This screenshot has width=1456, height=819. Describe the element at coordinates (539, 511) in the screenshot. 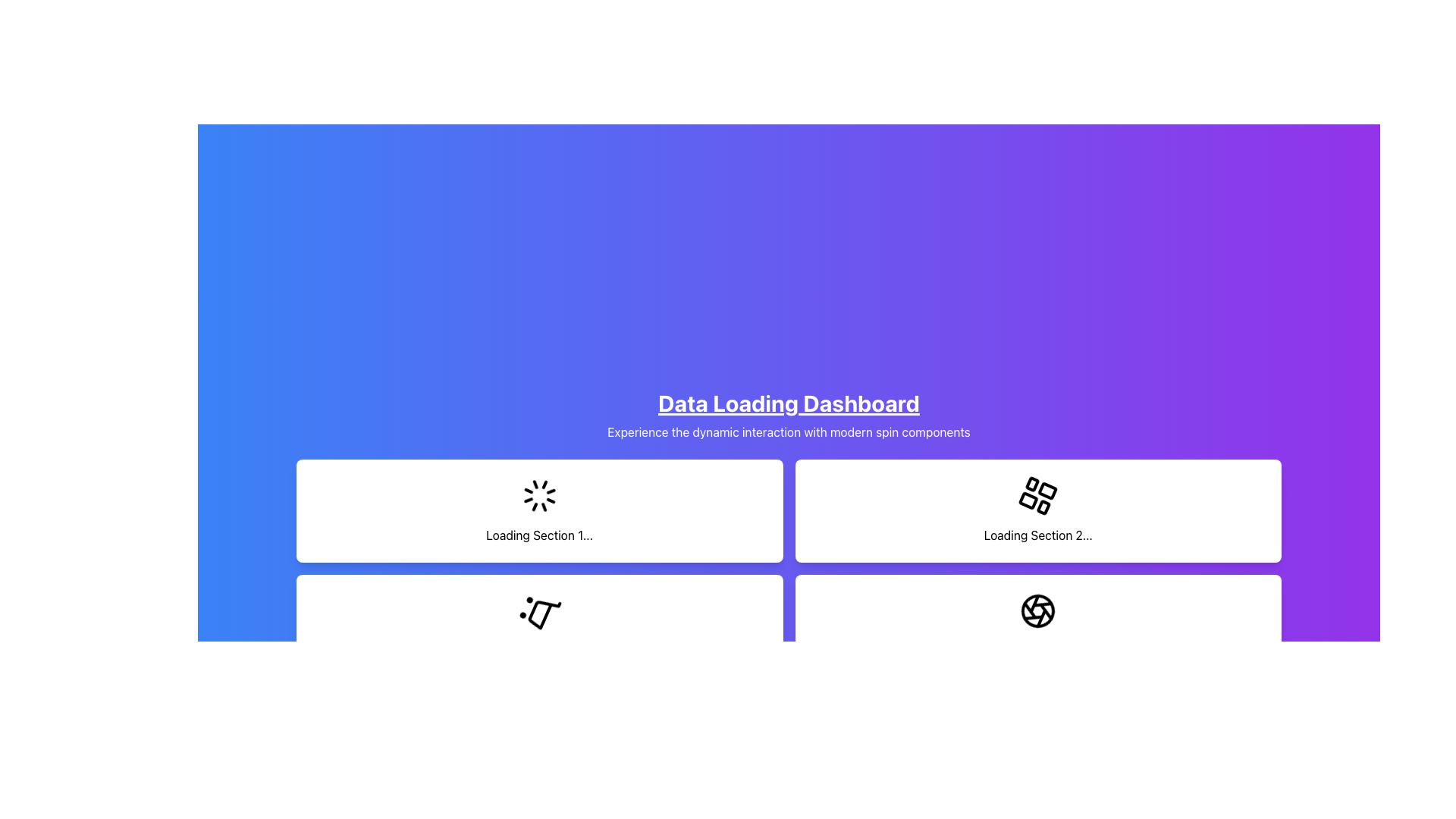

I see `status message from the informational visual card displaying 'Loading Section 1...' located in the top-left position of the grid` at that location.